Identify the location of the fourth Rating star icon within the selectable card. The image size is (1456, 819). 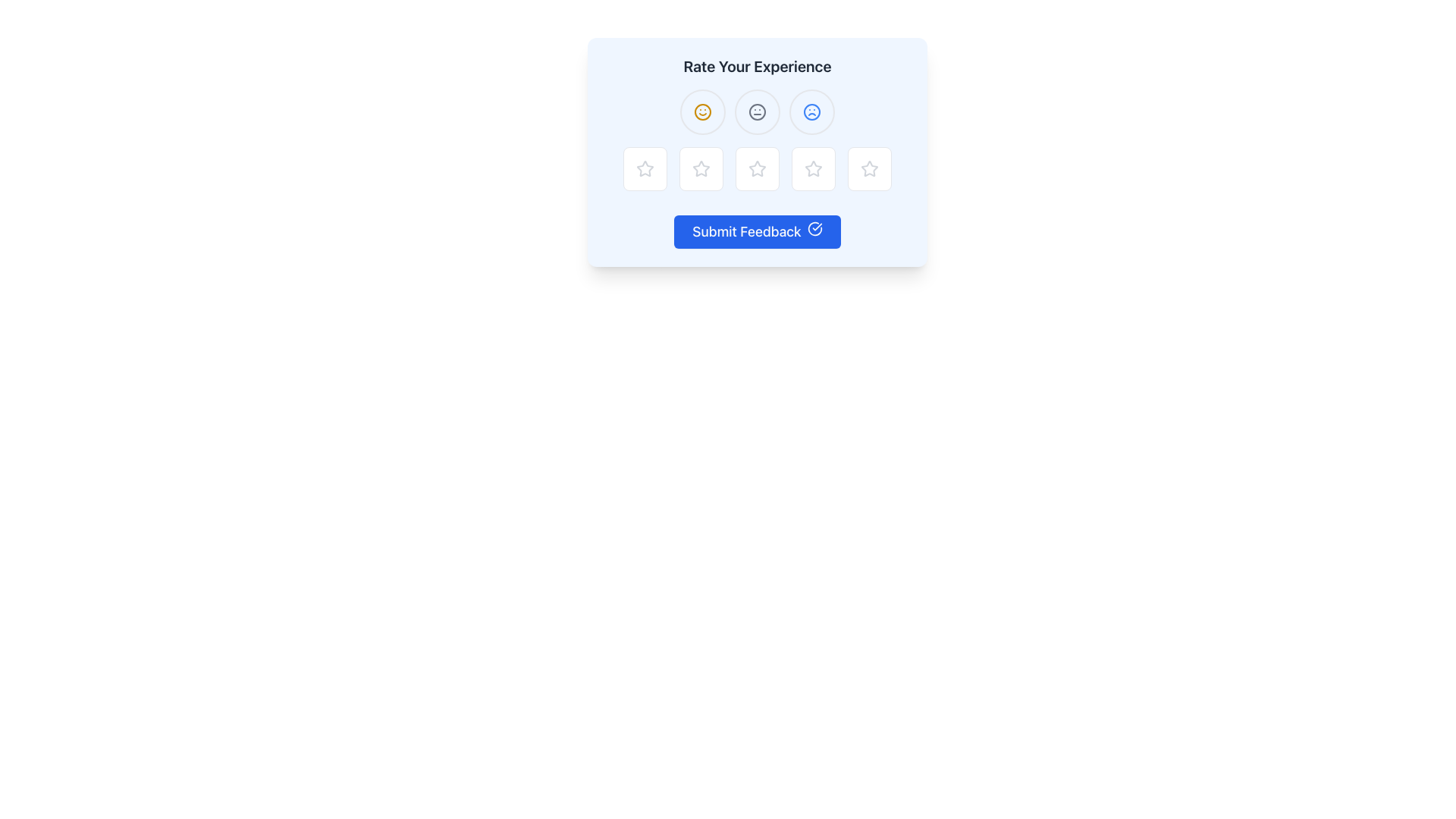
(813, 169).